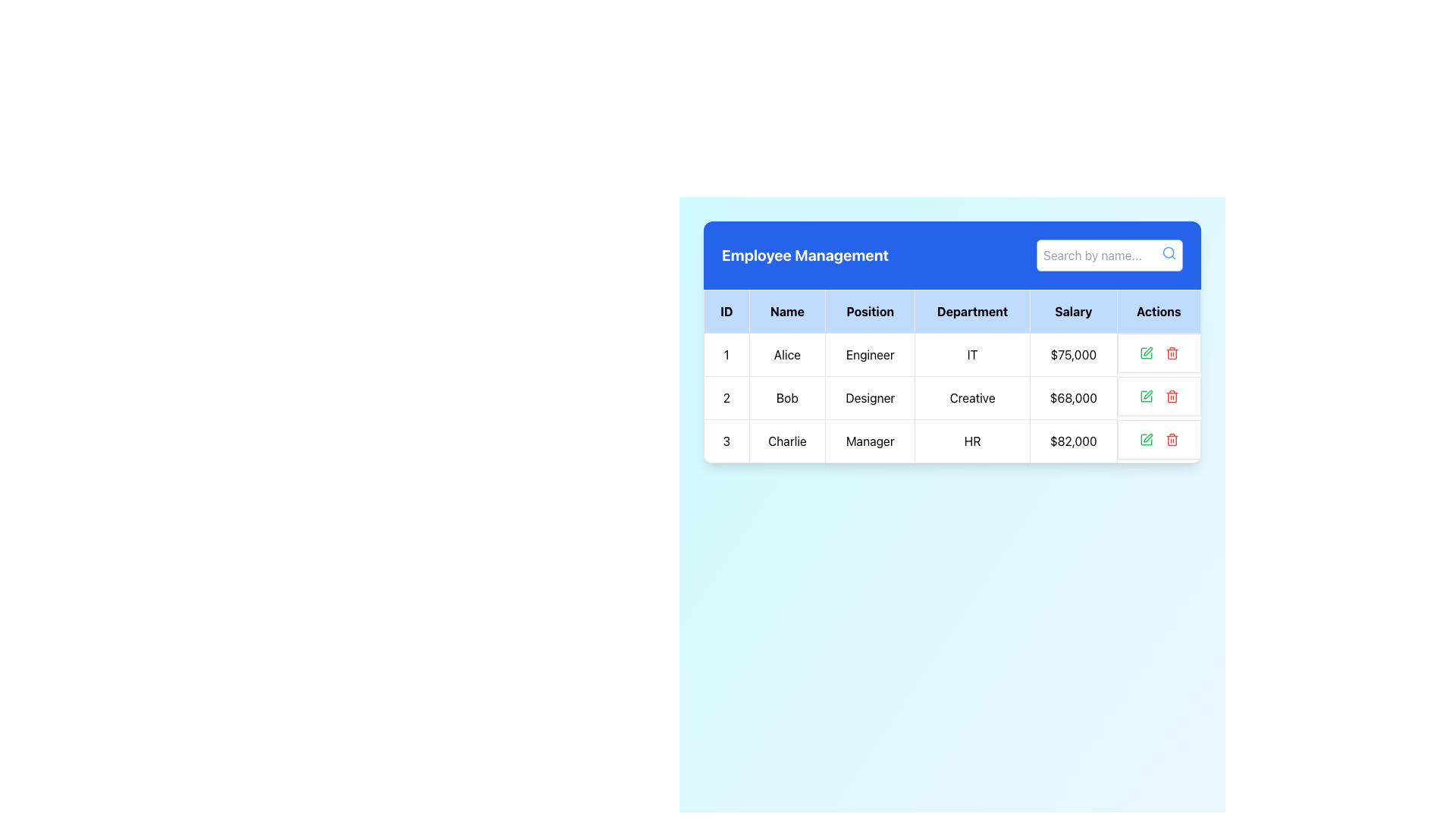  What do you see at coordinates (726, 354) in the screenshot?
I see `the TableCell displaying the number '1', which is the first cell in the first column of the table under the 'ID' column header` at bounding box center [726, 354].